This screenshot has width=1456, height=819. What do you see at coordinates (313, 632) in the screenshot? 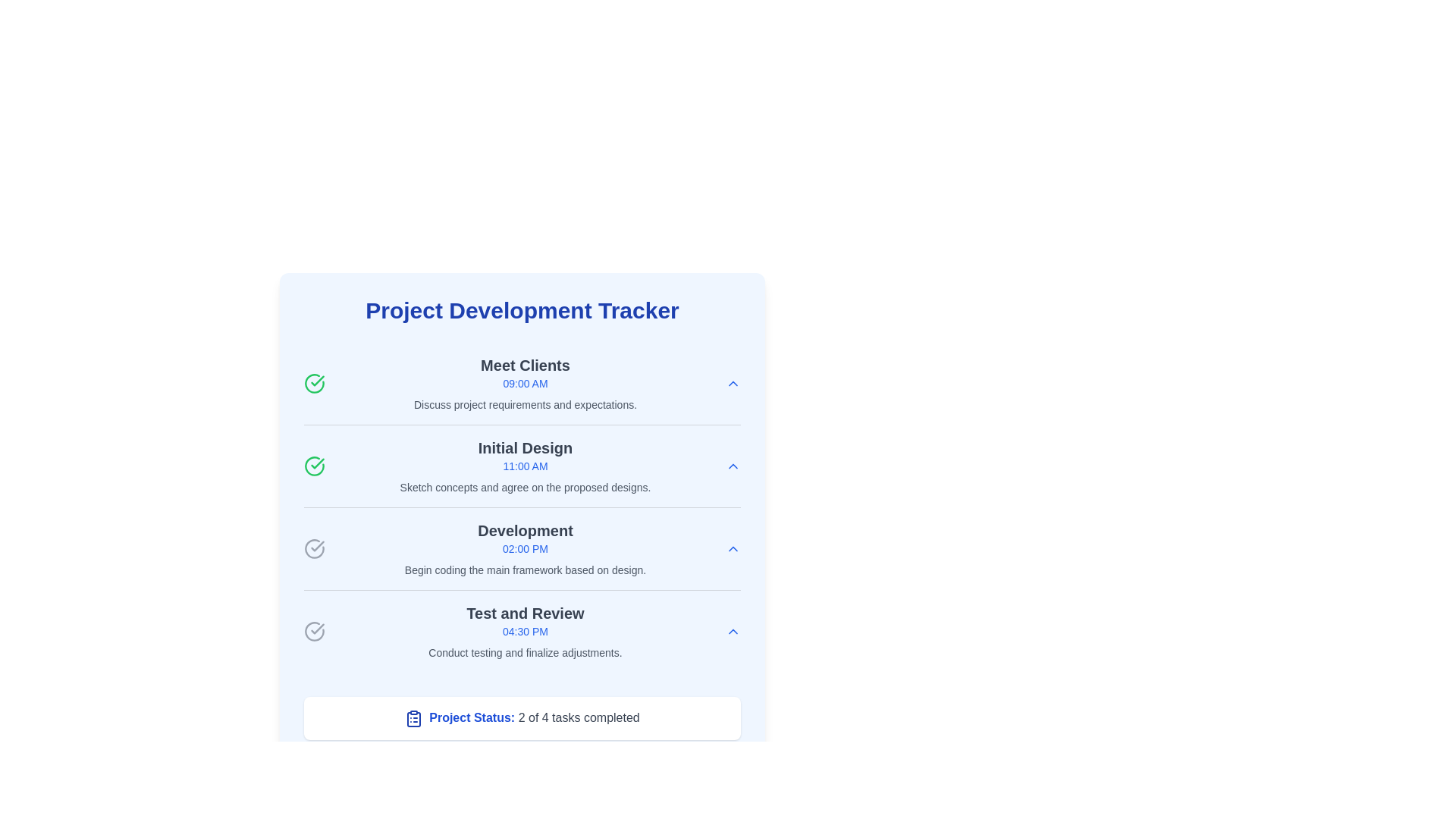
I see `the Status Icon (Checkmark), which is a circular gray icon with a checkmark indicating an unchecked state, positioned to the left of 'Test and Review' and '04:30 PM'` at bounding box center [313, 632].